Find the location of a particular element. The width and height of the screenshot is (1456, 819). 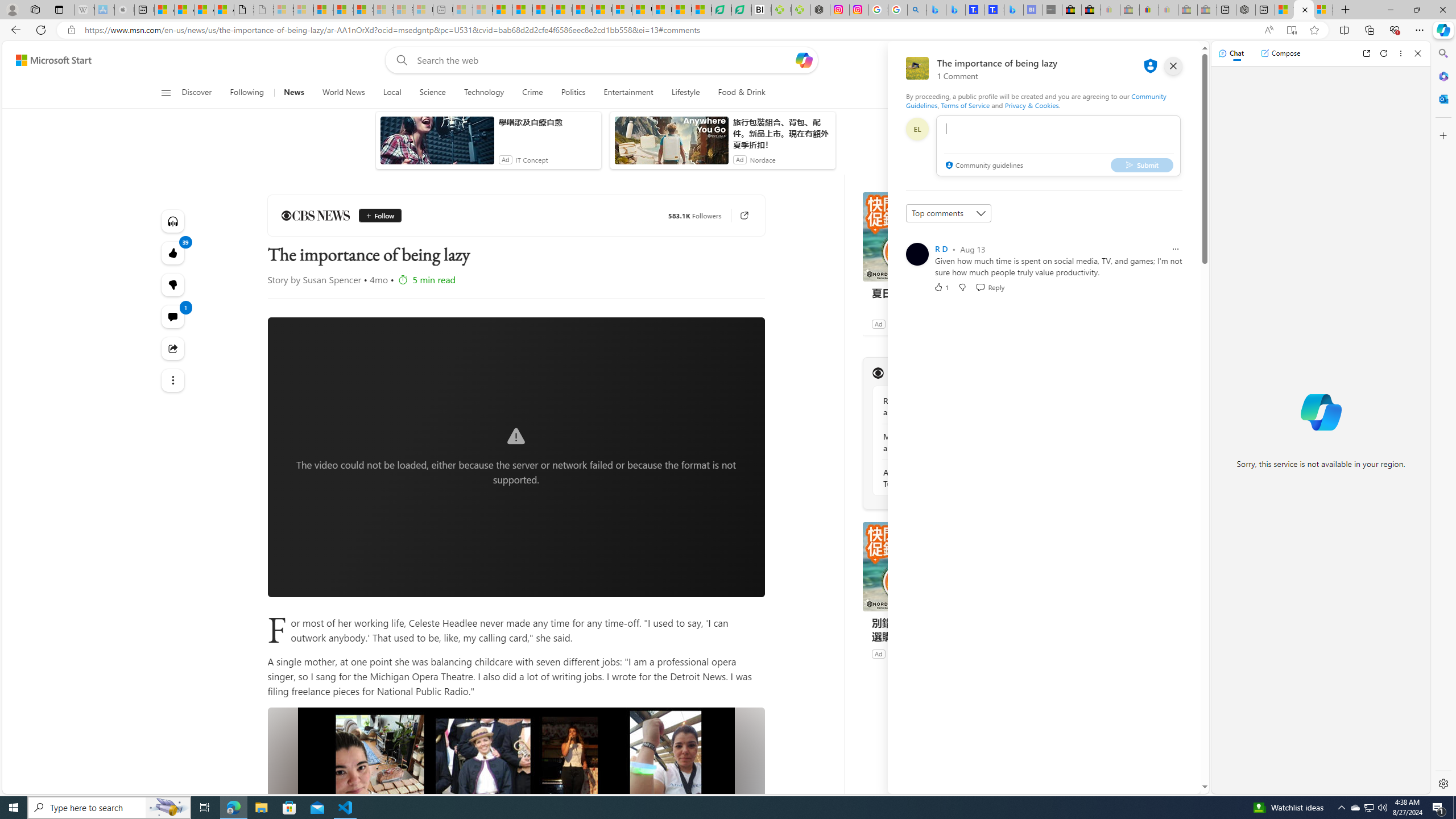

'CBS News' is located at coordinates (315, 216).